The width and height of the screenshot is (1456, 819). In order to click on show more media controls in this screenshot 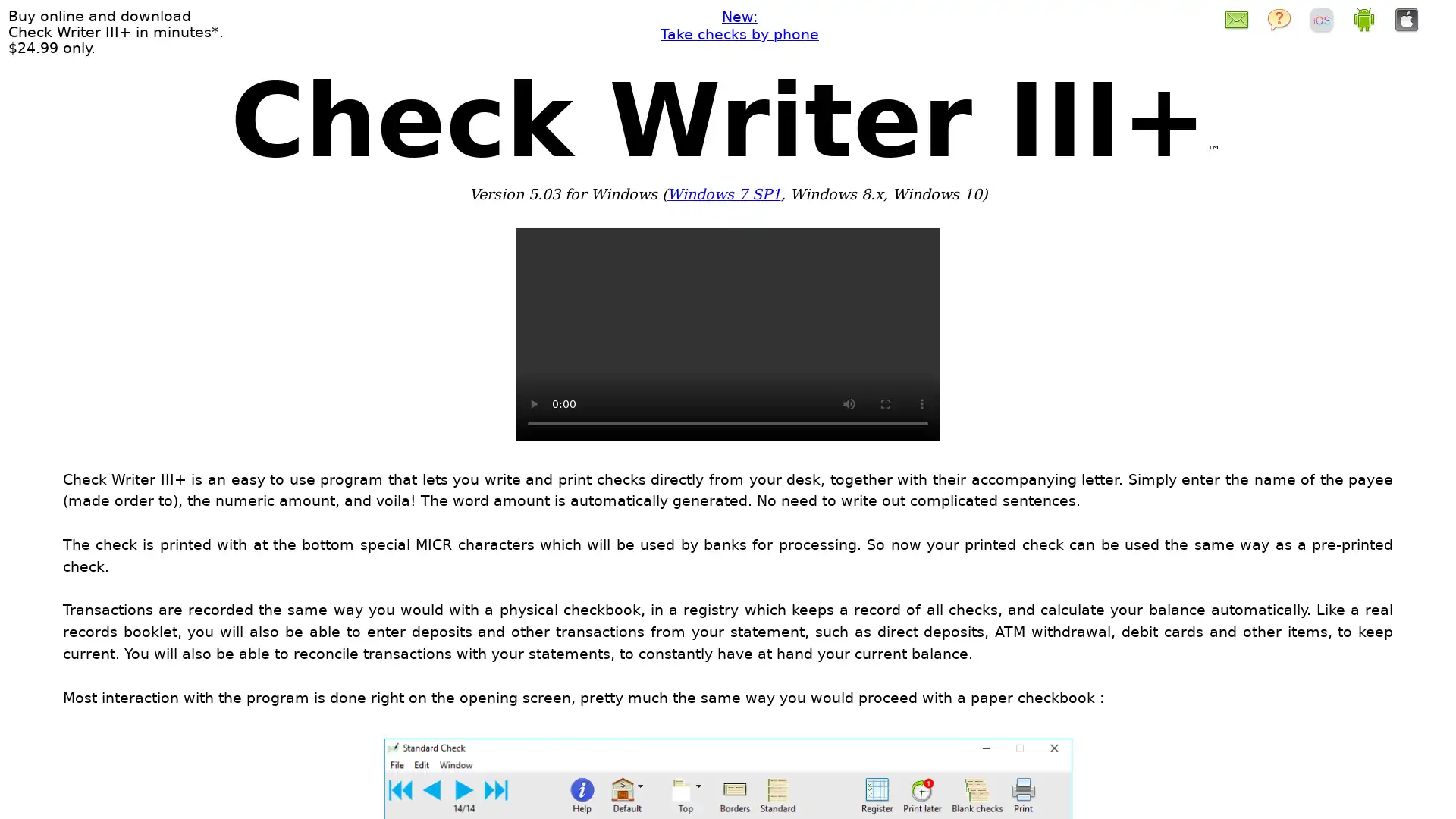, I will do `click(921, 403)`.